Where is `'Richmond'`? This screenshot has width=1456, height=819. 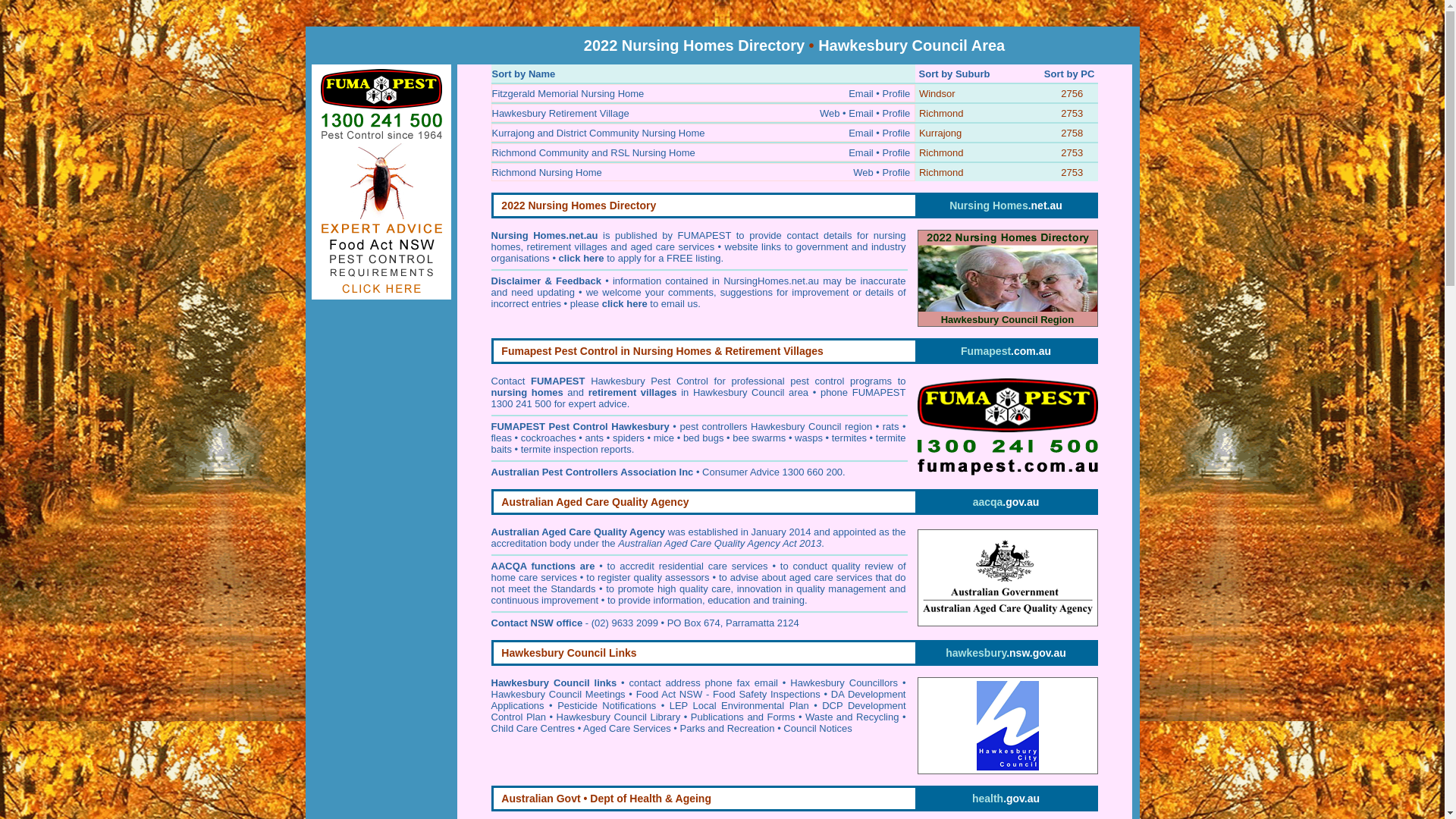 'Richmond' is located at coordinates (940, 112).